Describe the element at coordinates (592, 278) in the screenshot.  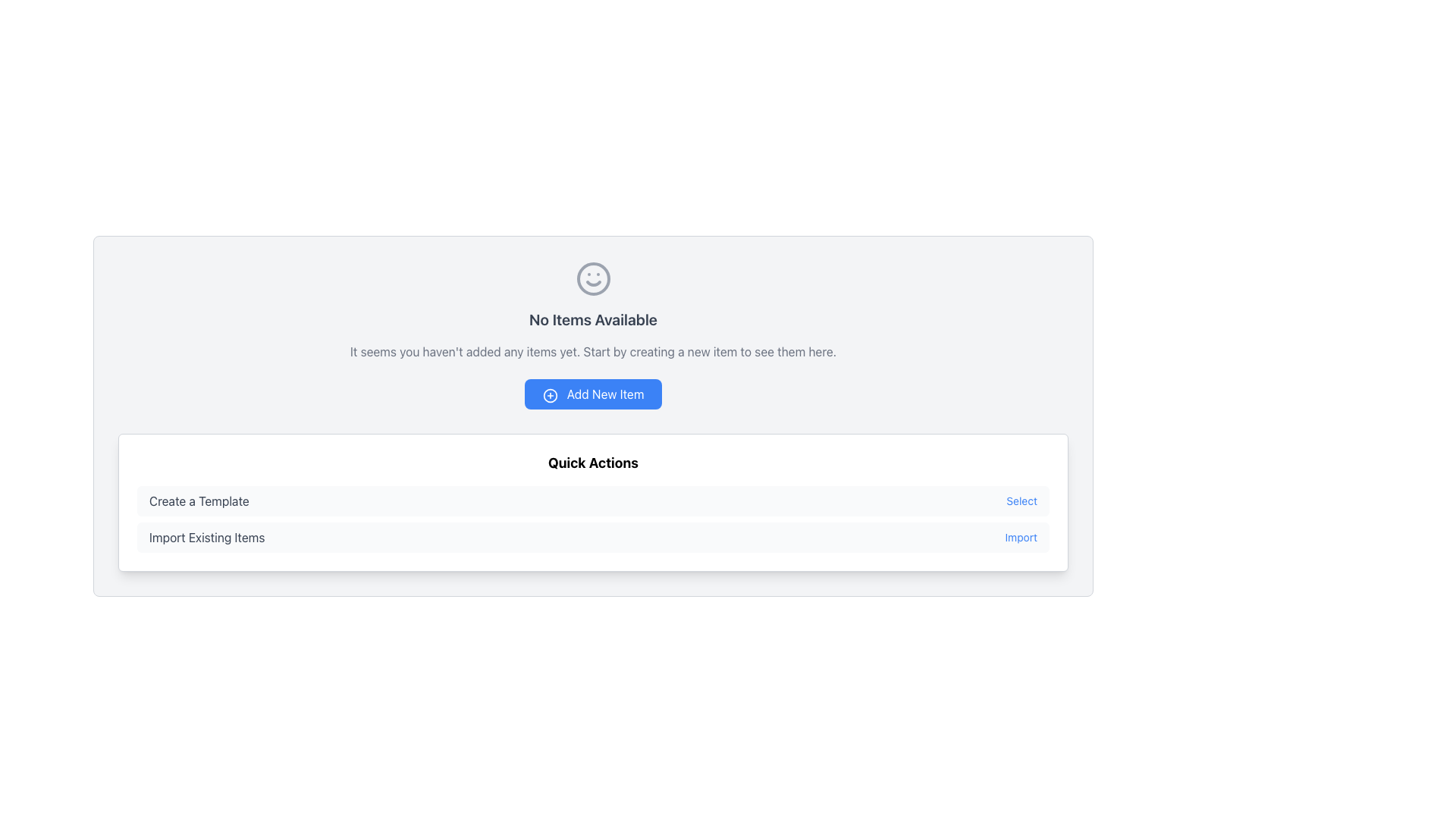
I see `the icon that visually represents the absence of items, located above the 'No Items Available' text` at that location.